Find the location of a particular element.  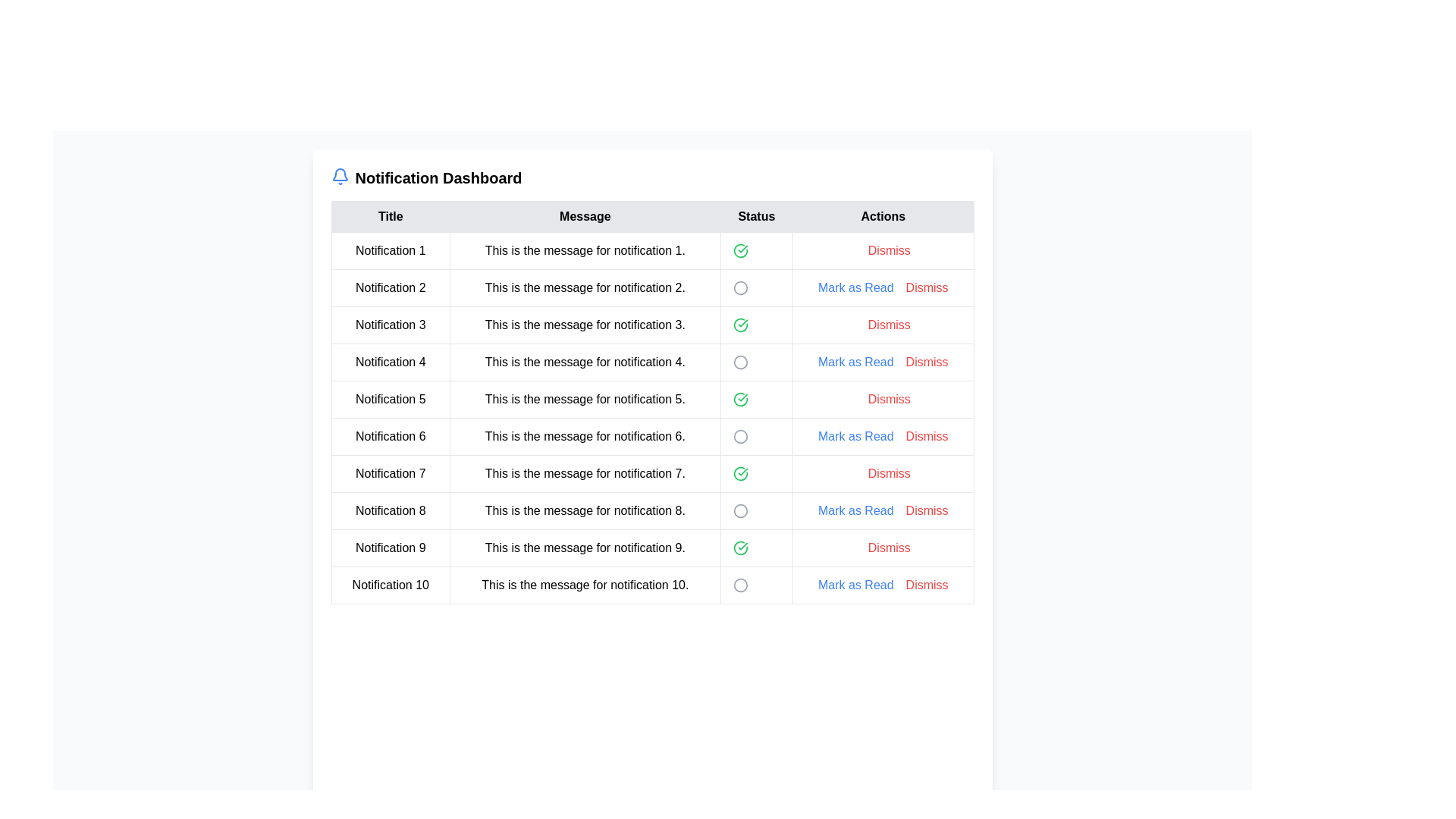

the table row displaying 'Notification 9' in the Notification Dashboard section is located at coordinates (652, 548).